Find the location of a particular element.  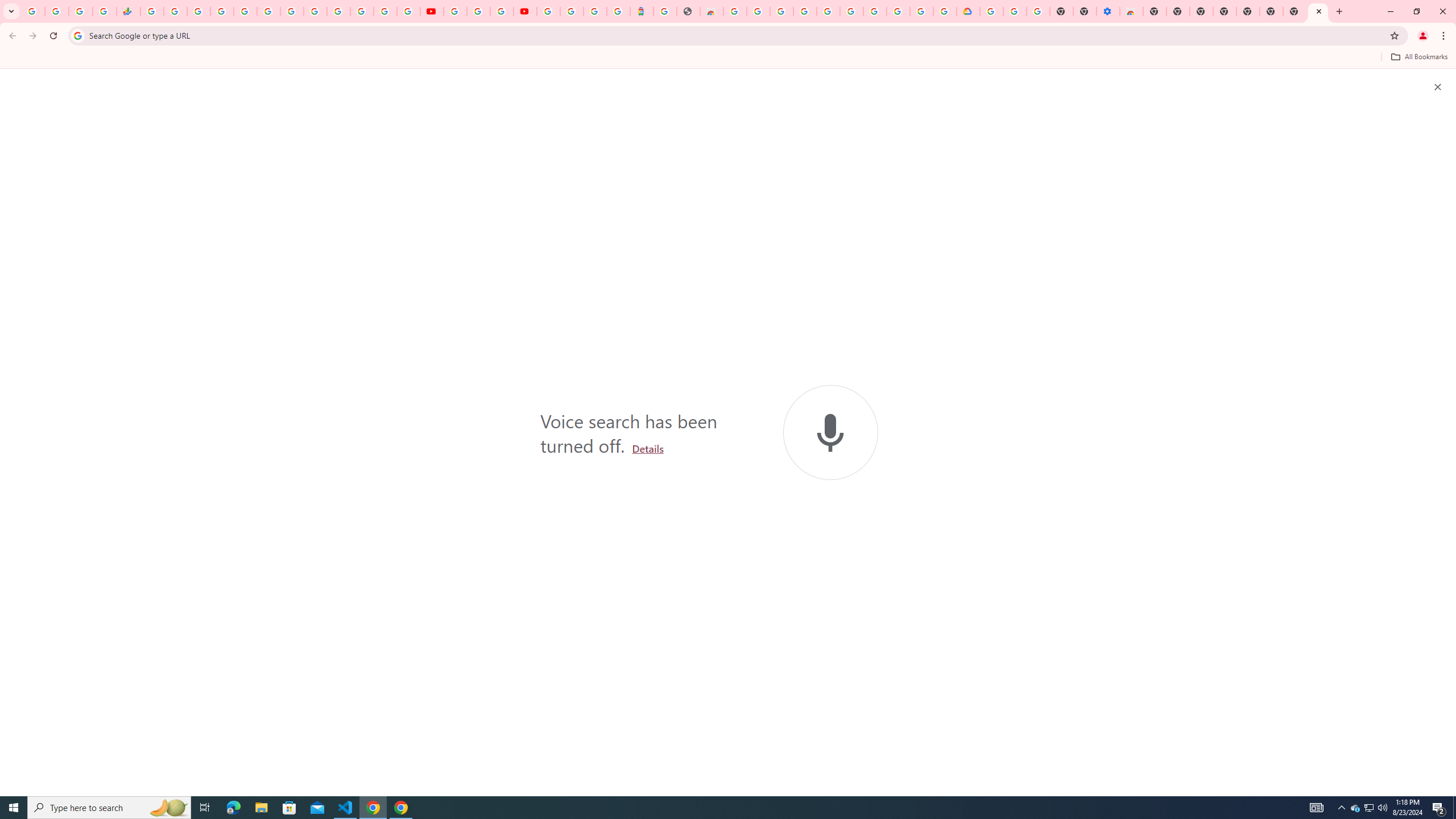

'Turn cookies on or off - Computer - Google Account Help' is located at coordinates (1039, 11).